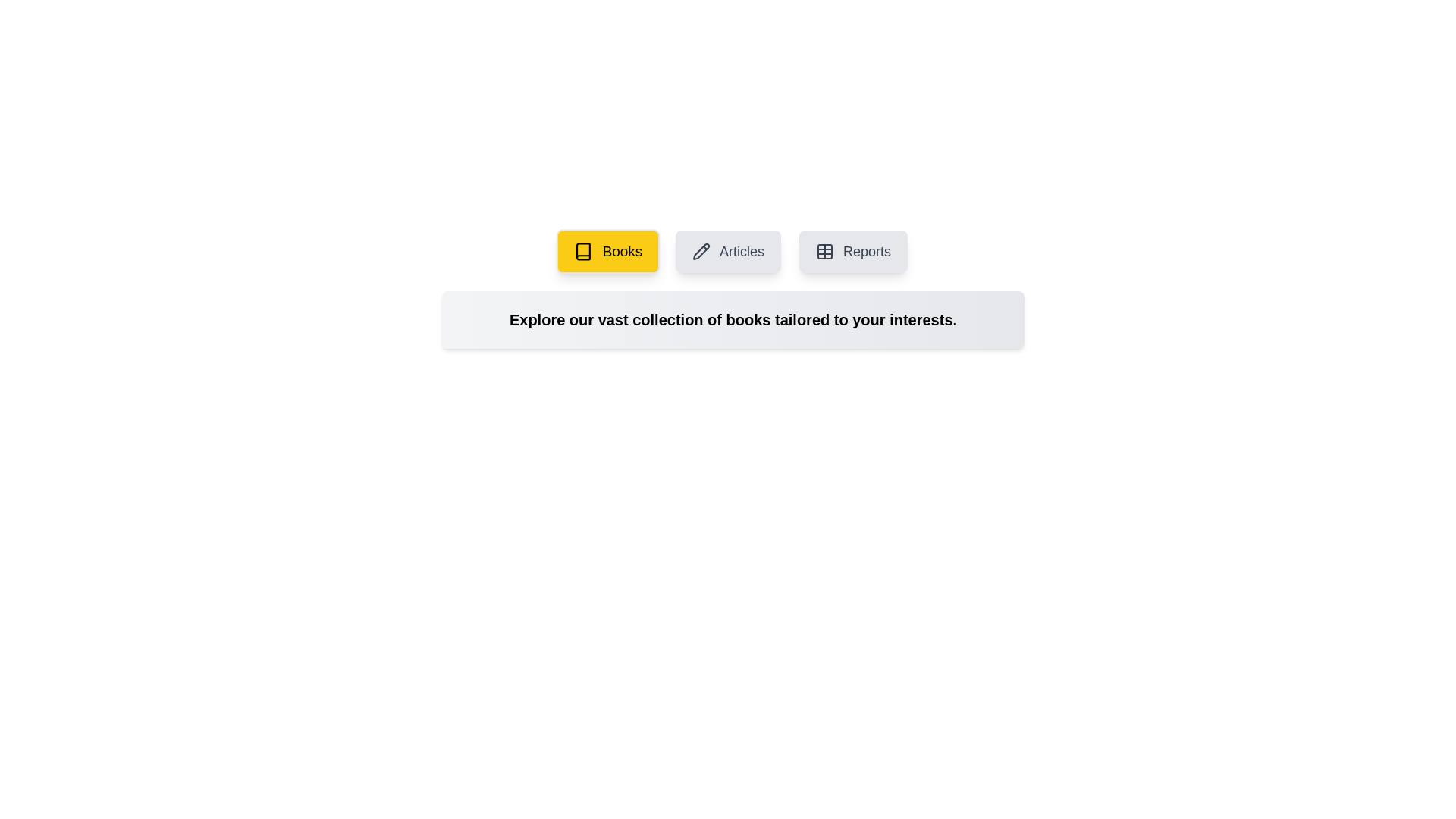 The image size is (1456, 819). Describe the element at coordinates (733, 250) in the screenshot. I see `the Navigation menu buttons labeled 'Books', 'Articles', and 'Reports'` at that location.